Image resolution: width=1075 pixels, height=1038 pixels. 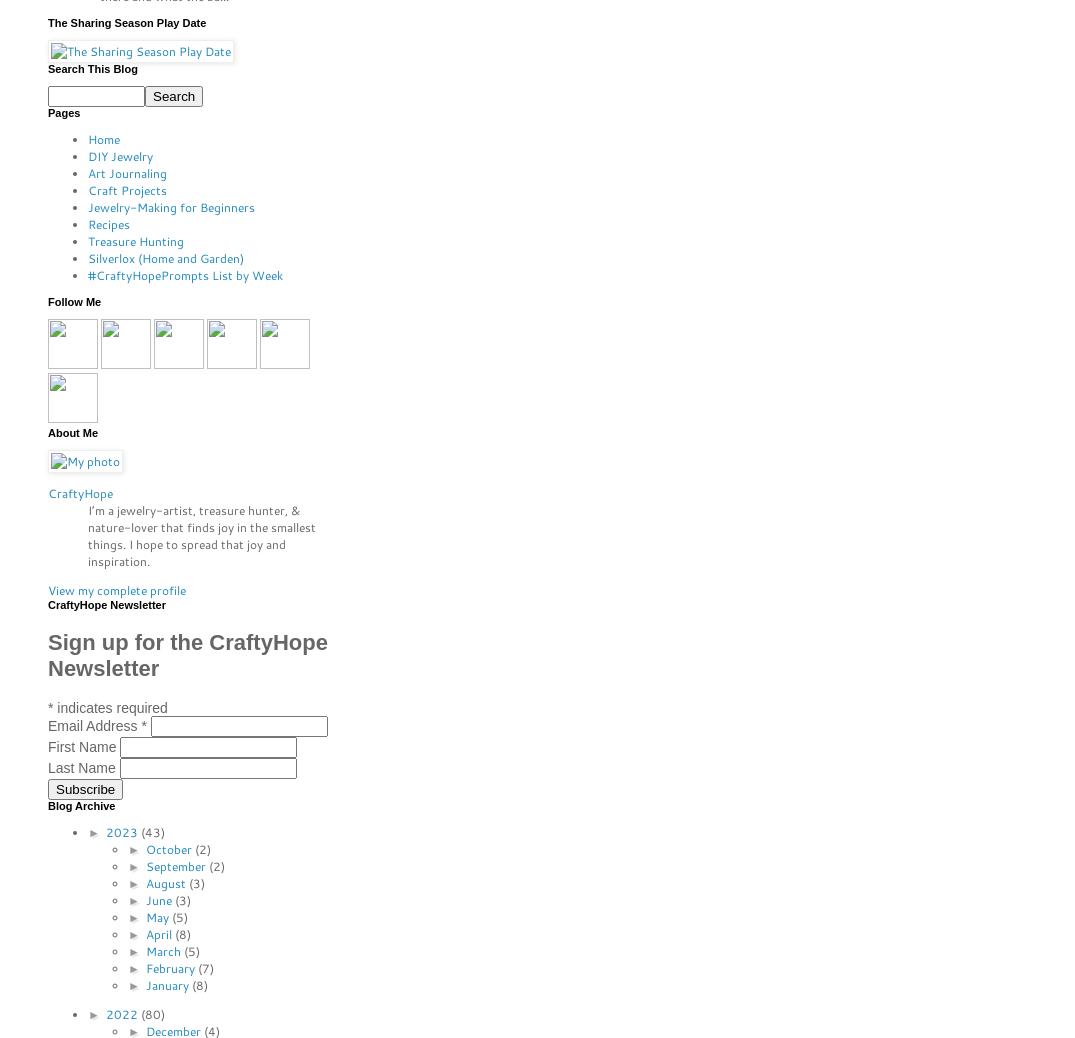 What do you see at coordinates (81, 804) in the screenshot?
I see `'Blog Archive'` at bounding box center [81, 804].